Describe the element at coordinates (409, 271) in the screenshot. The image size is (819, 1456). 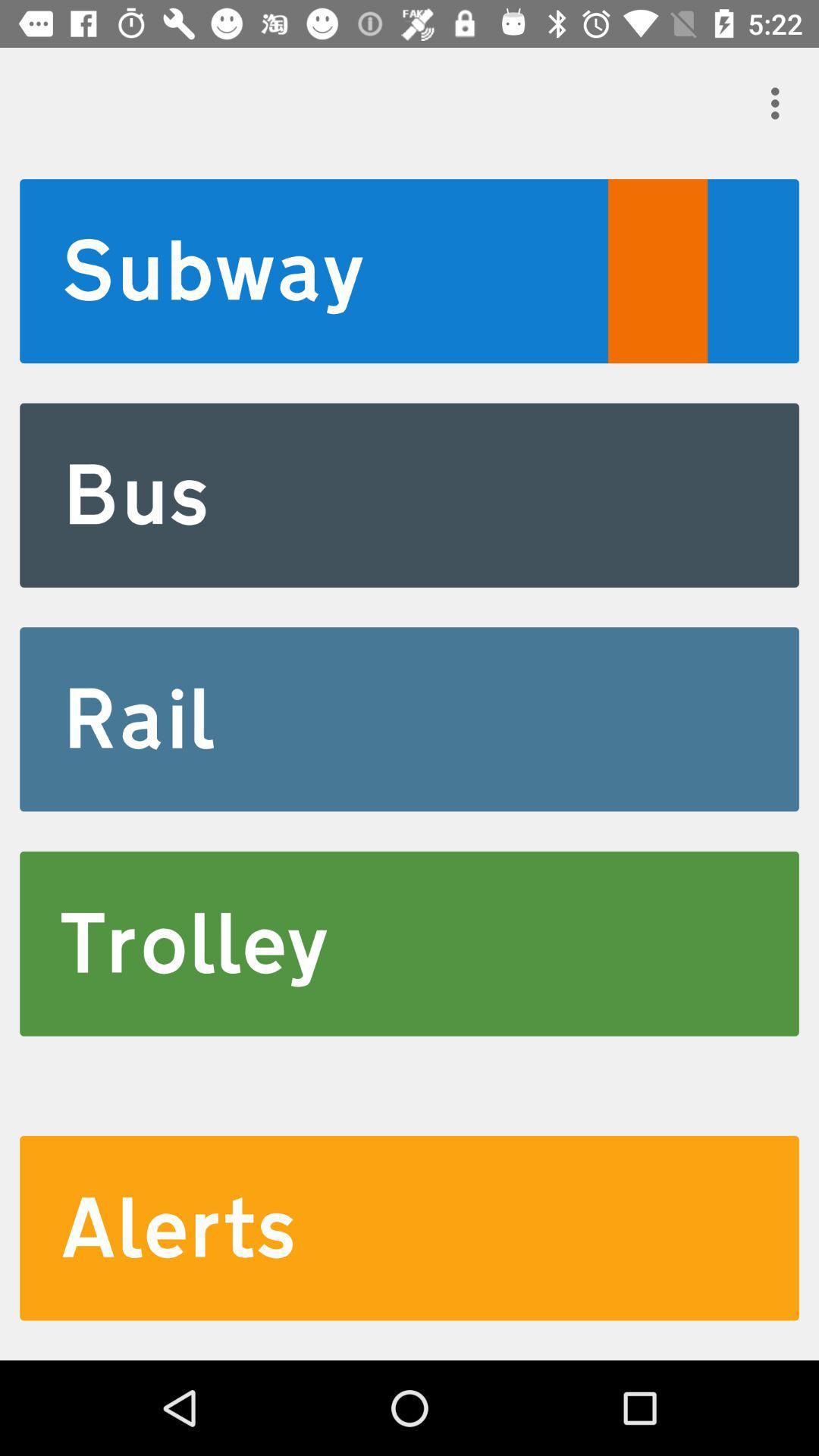
I see `the item above bus item` at that location.